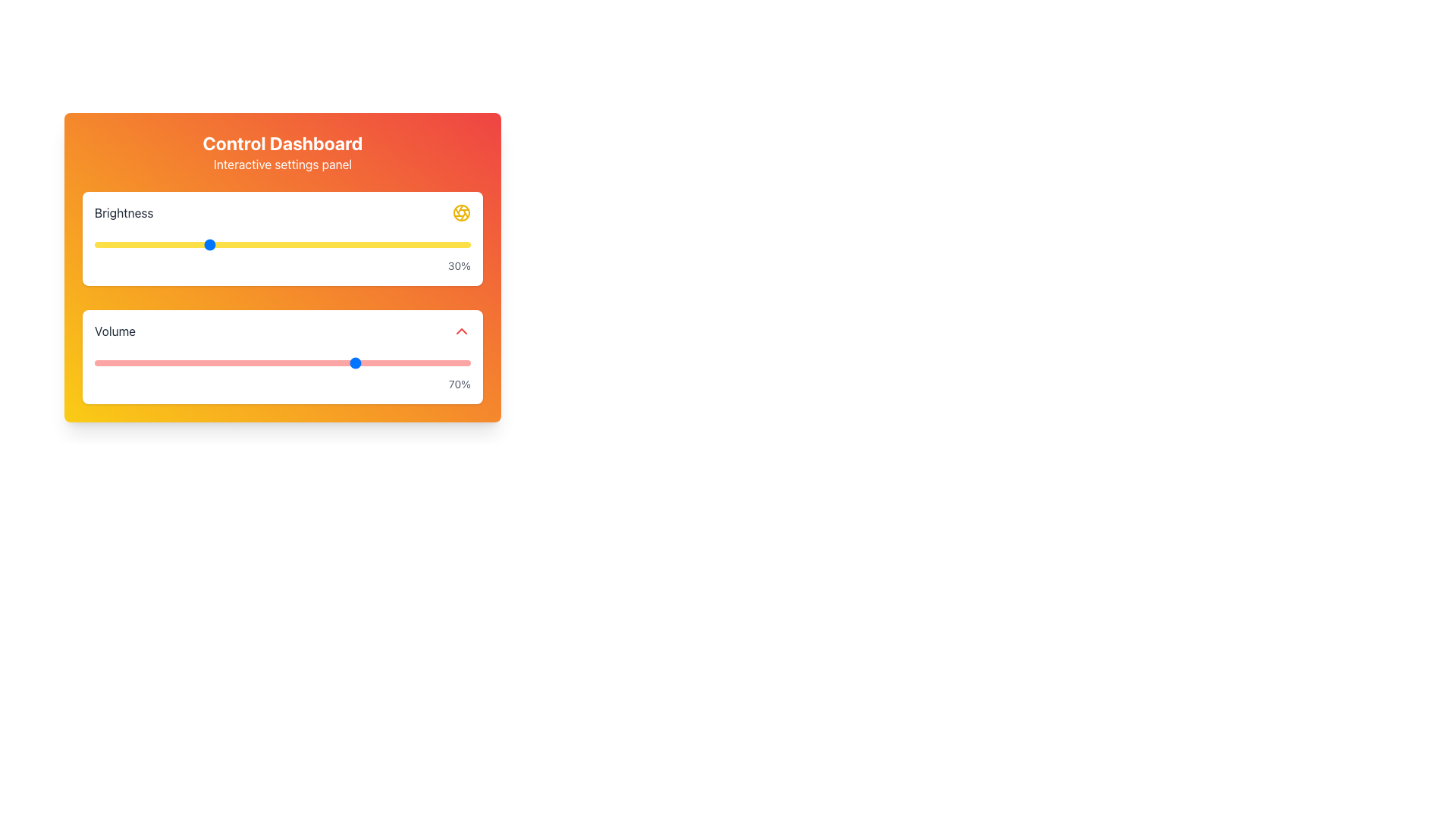 Image resolution: width=1456 pixels, height=819 pixels. Describe the element at coordinates (283, 267) in the screenshot. I see `the sliders on the Interactive Panel to adjust brightness and volume levels, which are stacked vertically and centrally located in the interface` at that location.